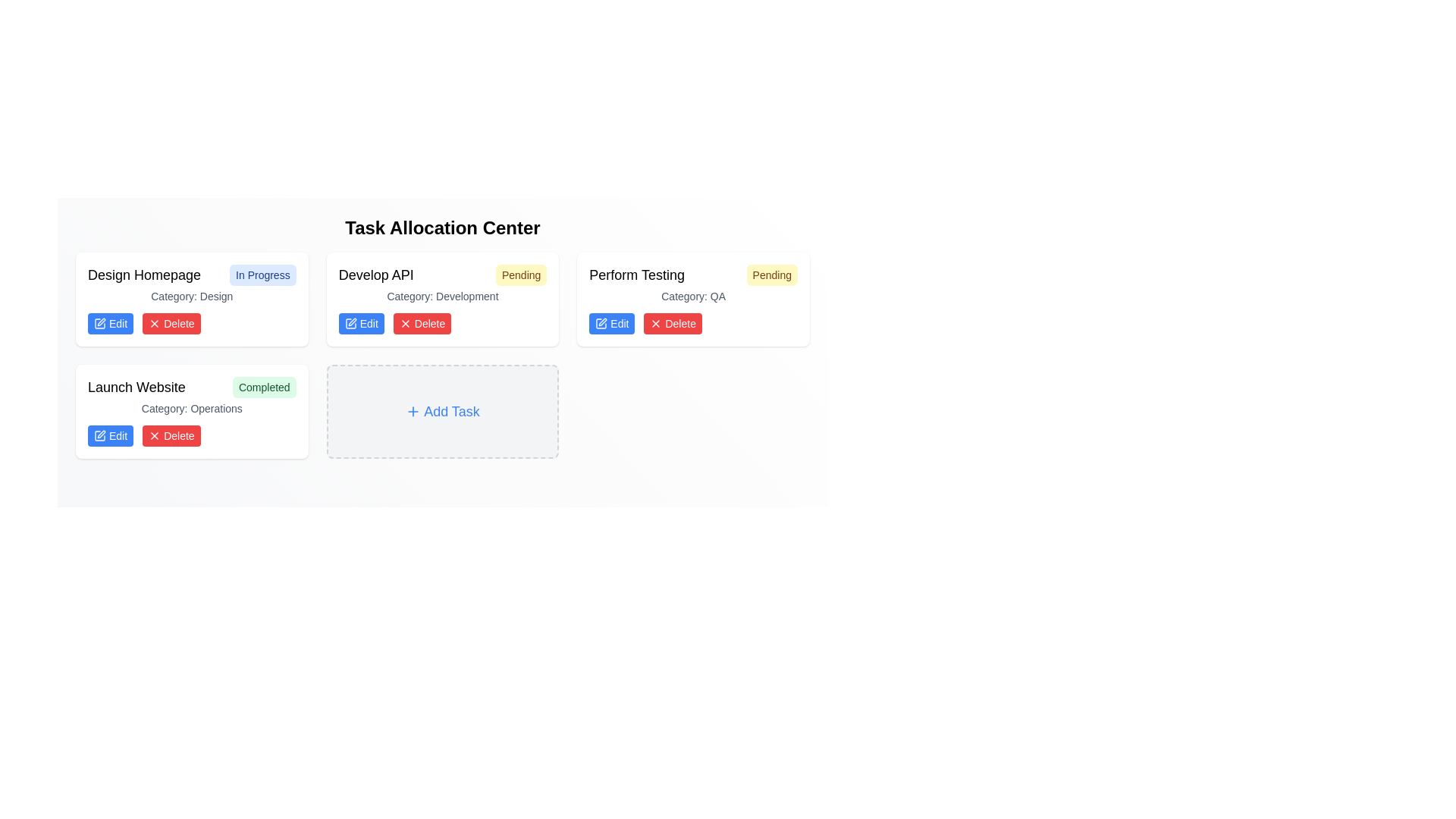  What do you see at coordinates (405, 323) in the screenshot?
I see `the small red 'X' icon on the left side of the 'Delete' button associated with the 'Develop API' task` at bounding box center [405, 323].